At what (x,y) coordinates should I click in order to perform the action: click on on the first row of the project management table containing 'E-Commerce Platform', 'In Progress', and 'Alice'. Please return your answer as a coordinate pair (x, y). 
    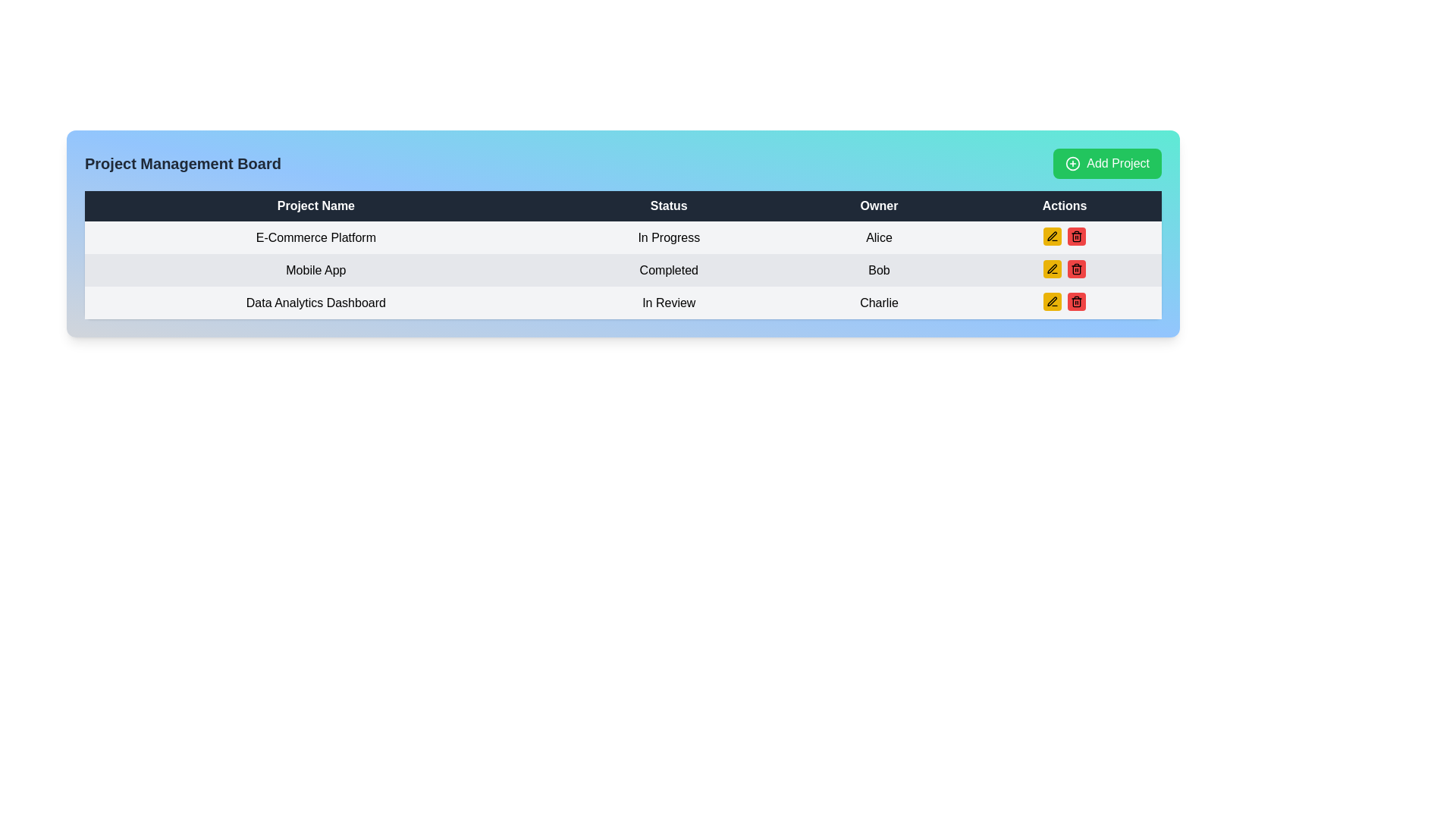
    Looking at the image, I should click on (623, 237).